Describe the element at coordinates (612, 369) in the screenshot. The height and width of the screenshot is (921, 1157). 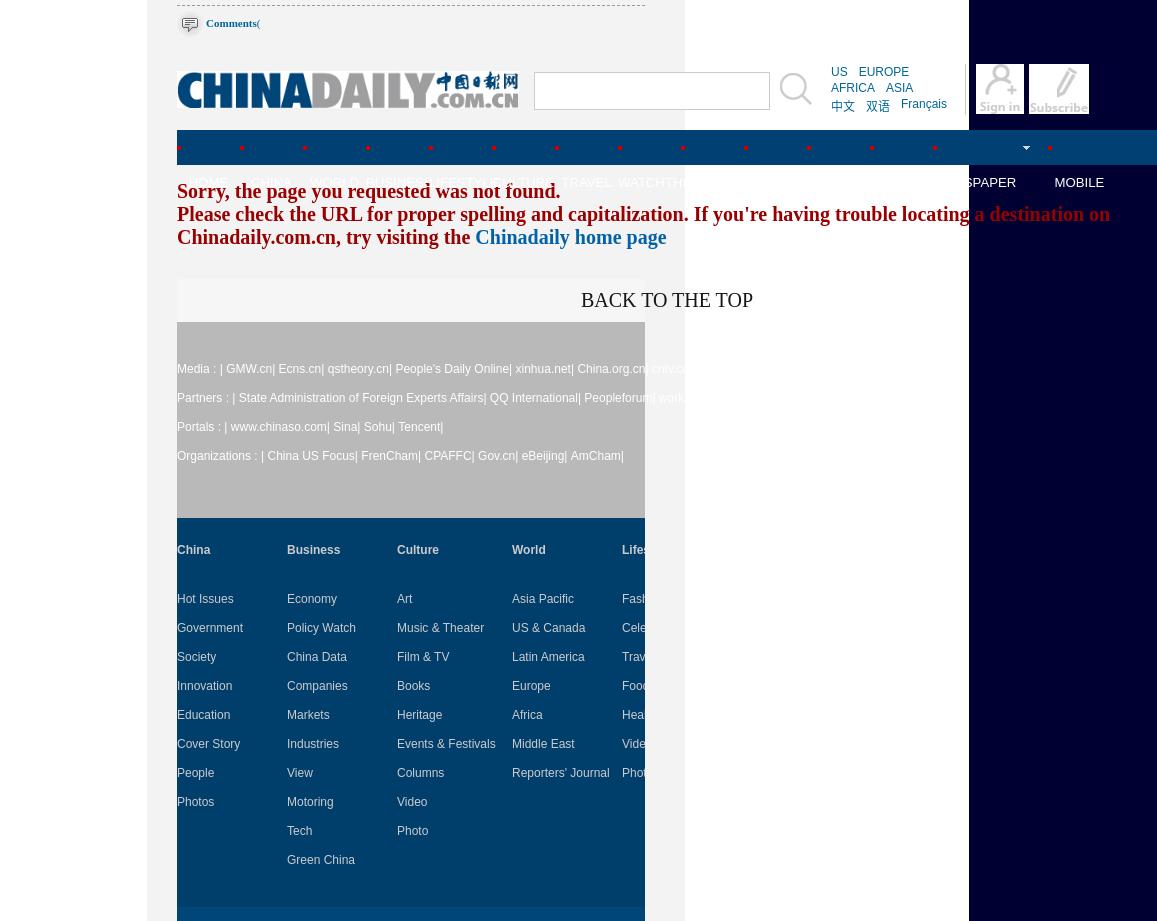
I see `'China.org.cn|'` at that location.